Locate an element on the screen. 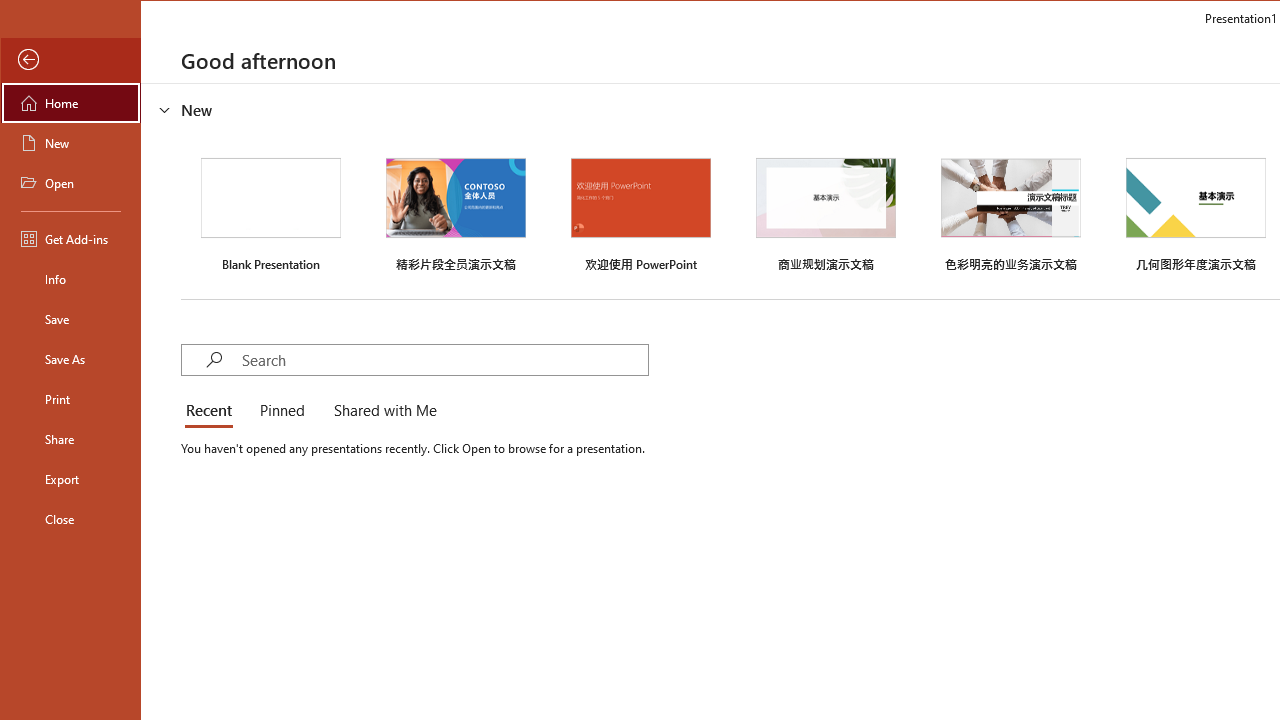  'Hide or show region' is located at coordinates (165, 109).